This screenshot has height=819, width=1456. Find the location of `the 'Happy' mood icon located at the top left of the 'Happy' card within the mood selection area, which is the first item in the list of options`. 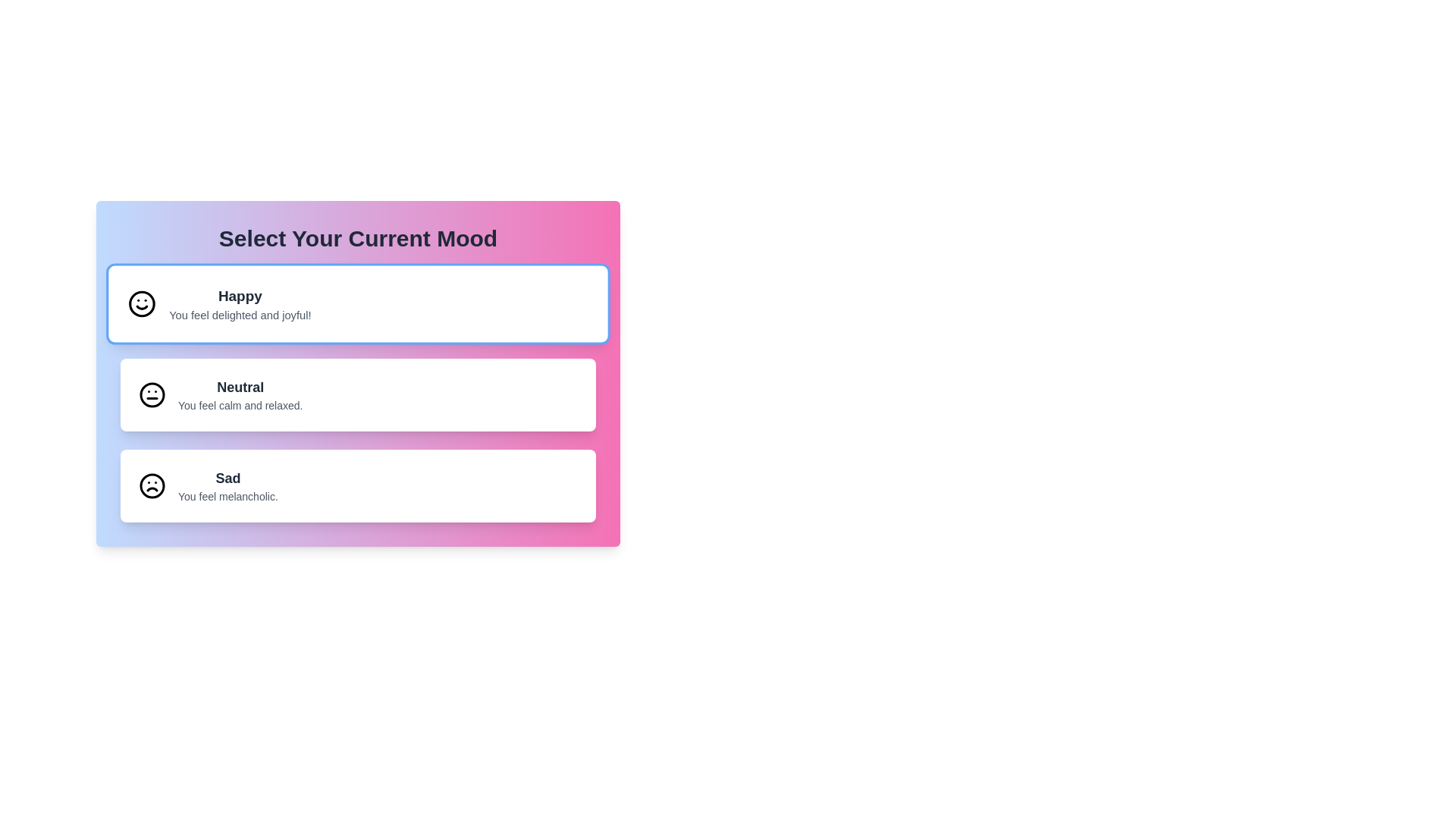

the 'Happy' mood icon located at the top left of the 'Happy' card within the mood selection area, which is the first item in the list of options is located at coordinates (142, 304).